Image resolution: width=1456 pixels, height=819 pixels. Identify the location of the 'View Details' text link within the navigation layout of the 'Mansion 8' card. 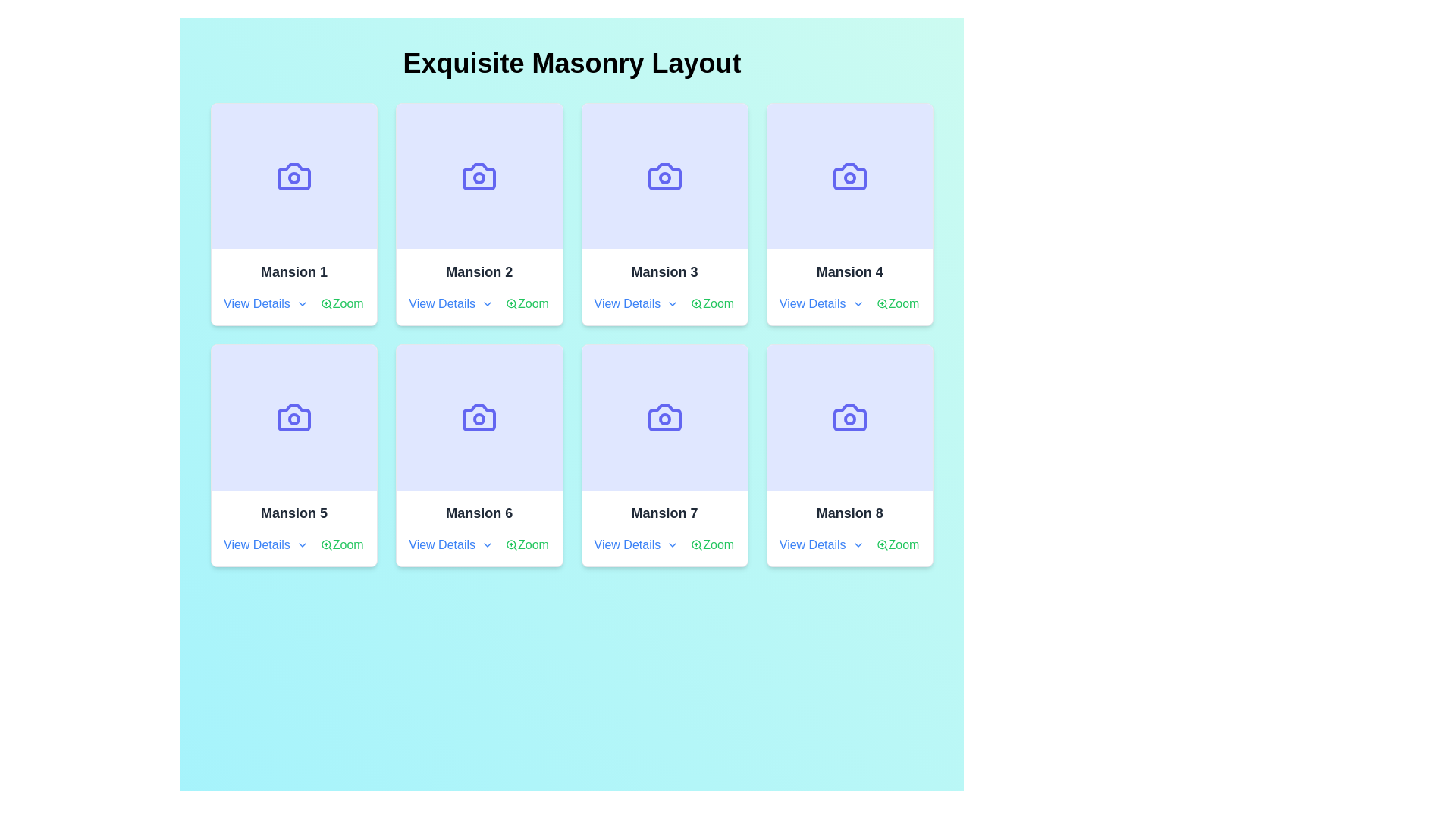
(849, 544).